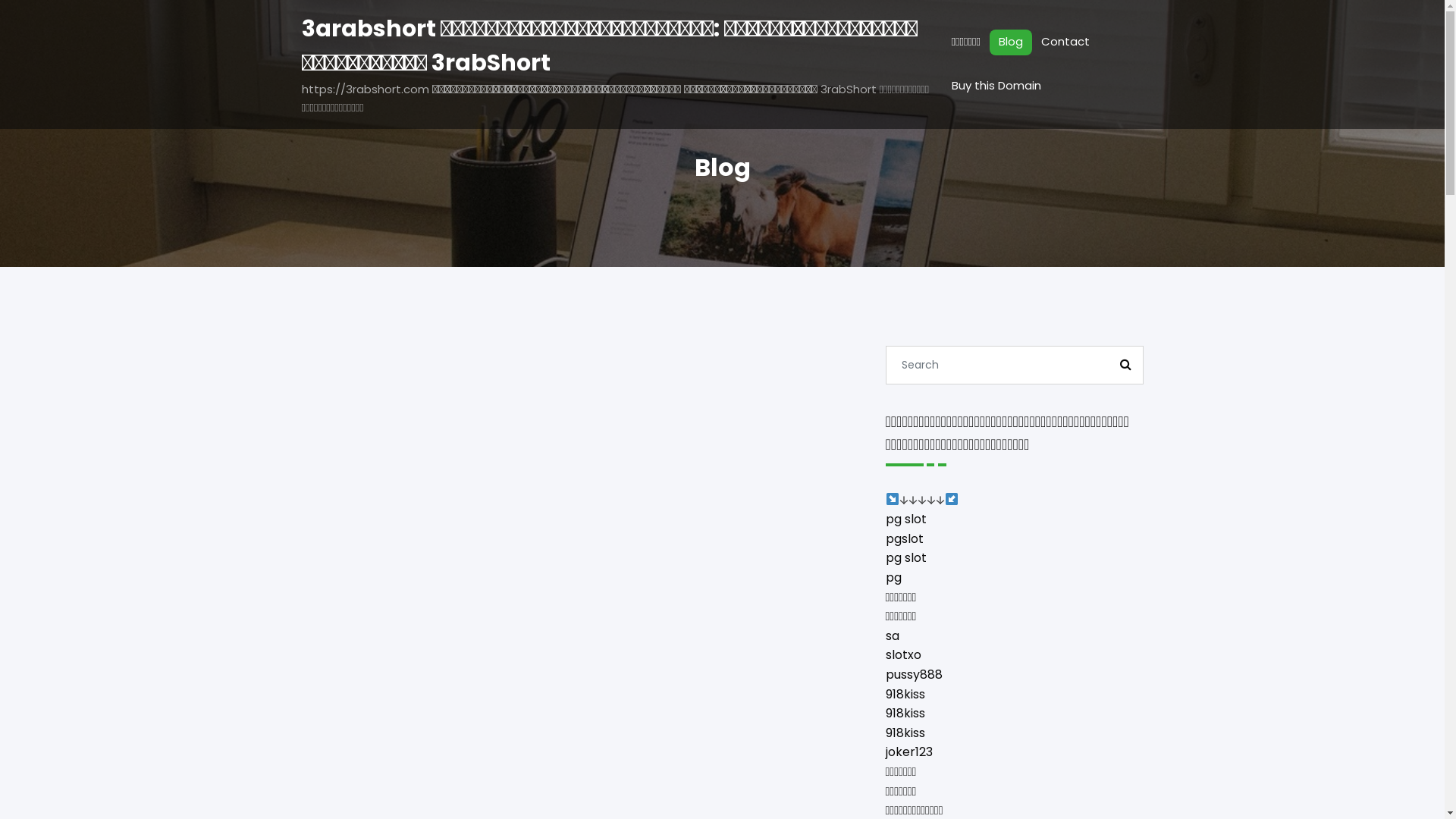 The width and height of the screenshot is (1456, 819). What do you see at coordinates (892, 635) in the screenshot?
I see `'sa'` at bounding box center [892, 635].